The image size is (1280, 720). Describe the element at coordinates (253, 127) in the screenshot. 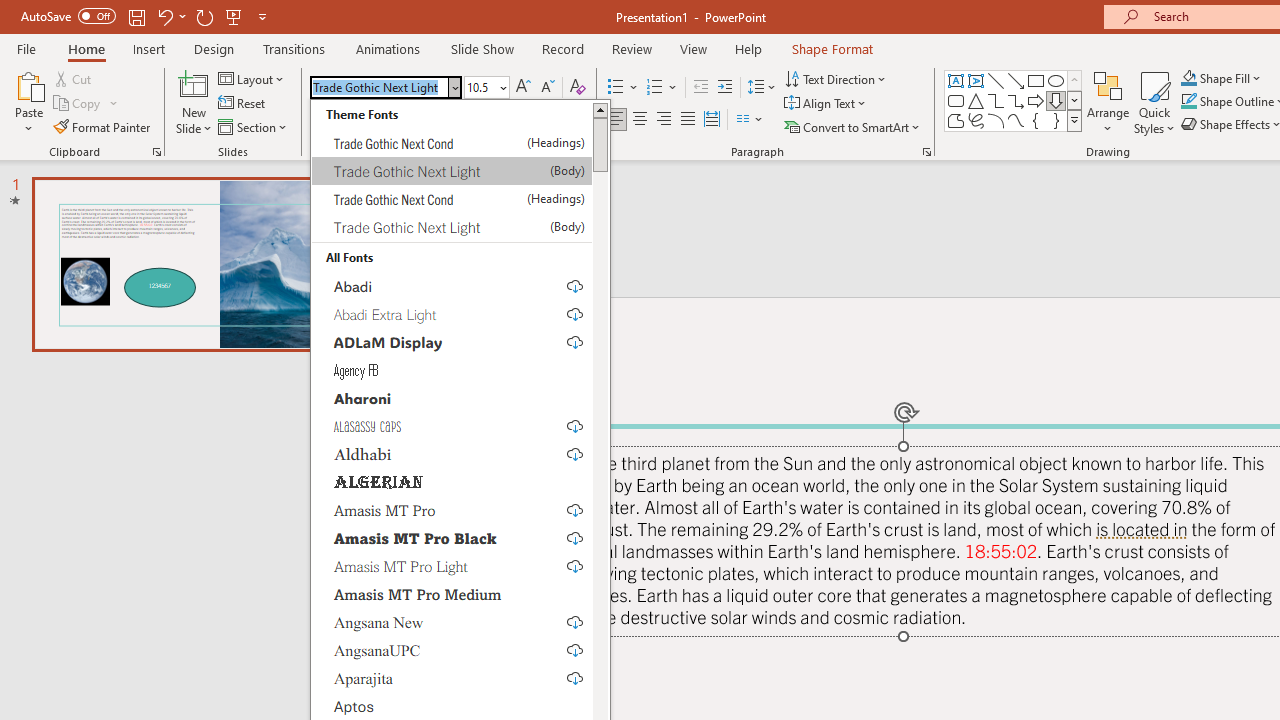

I see `'Section'` at that location.